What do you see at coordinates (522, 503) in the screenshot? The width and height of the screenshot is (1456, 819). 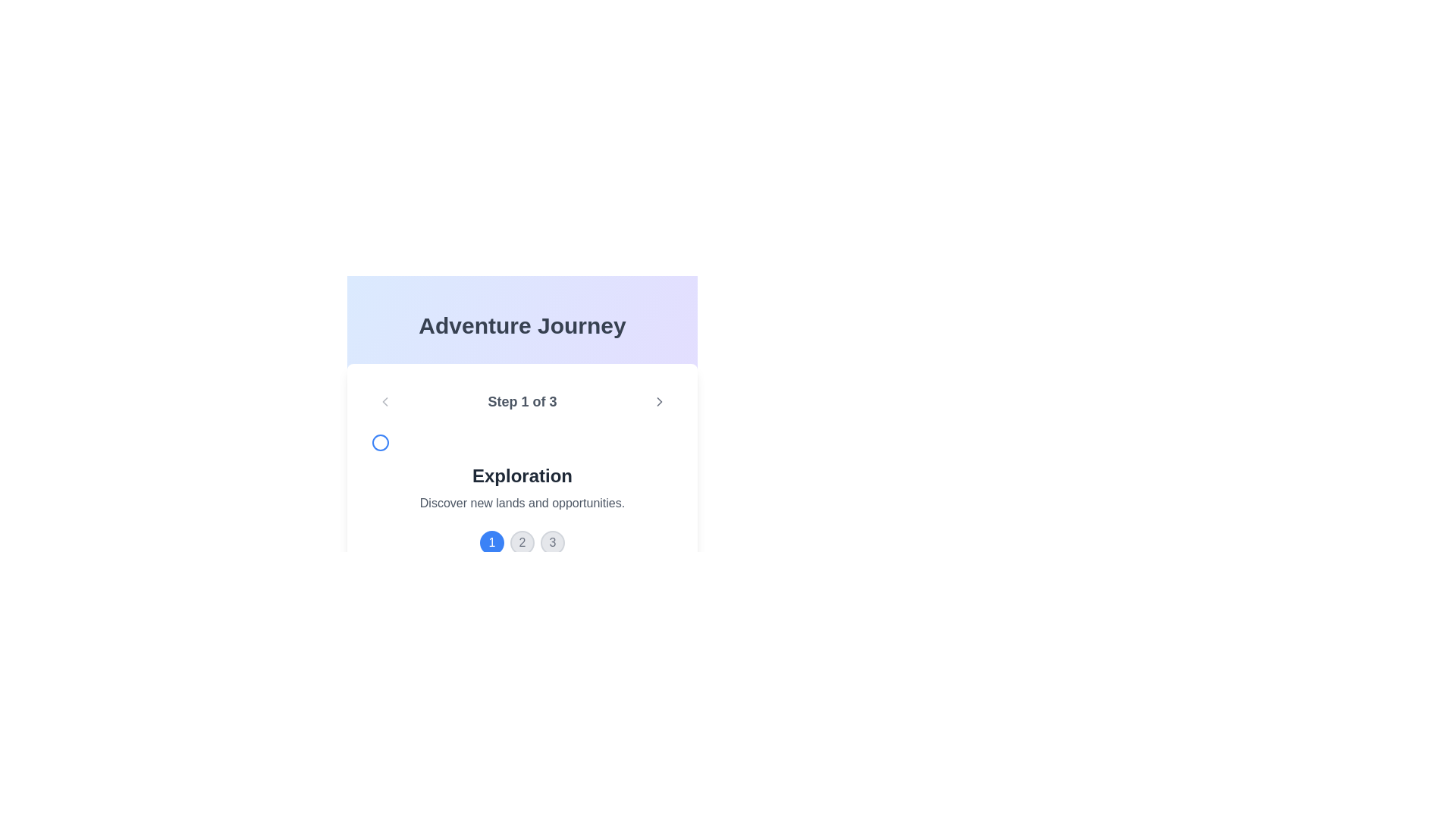 I see `the text label reading 'Discover new lands and opportunities.' which is styled in gray font and positioned directly below the 'Exploration' heading` at bounding box center [522, 503].